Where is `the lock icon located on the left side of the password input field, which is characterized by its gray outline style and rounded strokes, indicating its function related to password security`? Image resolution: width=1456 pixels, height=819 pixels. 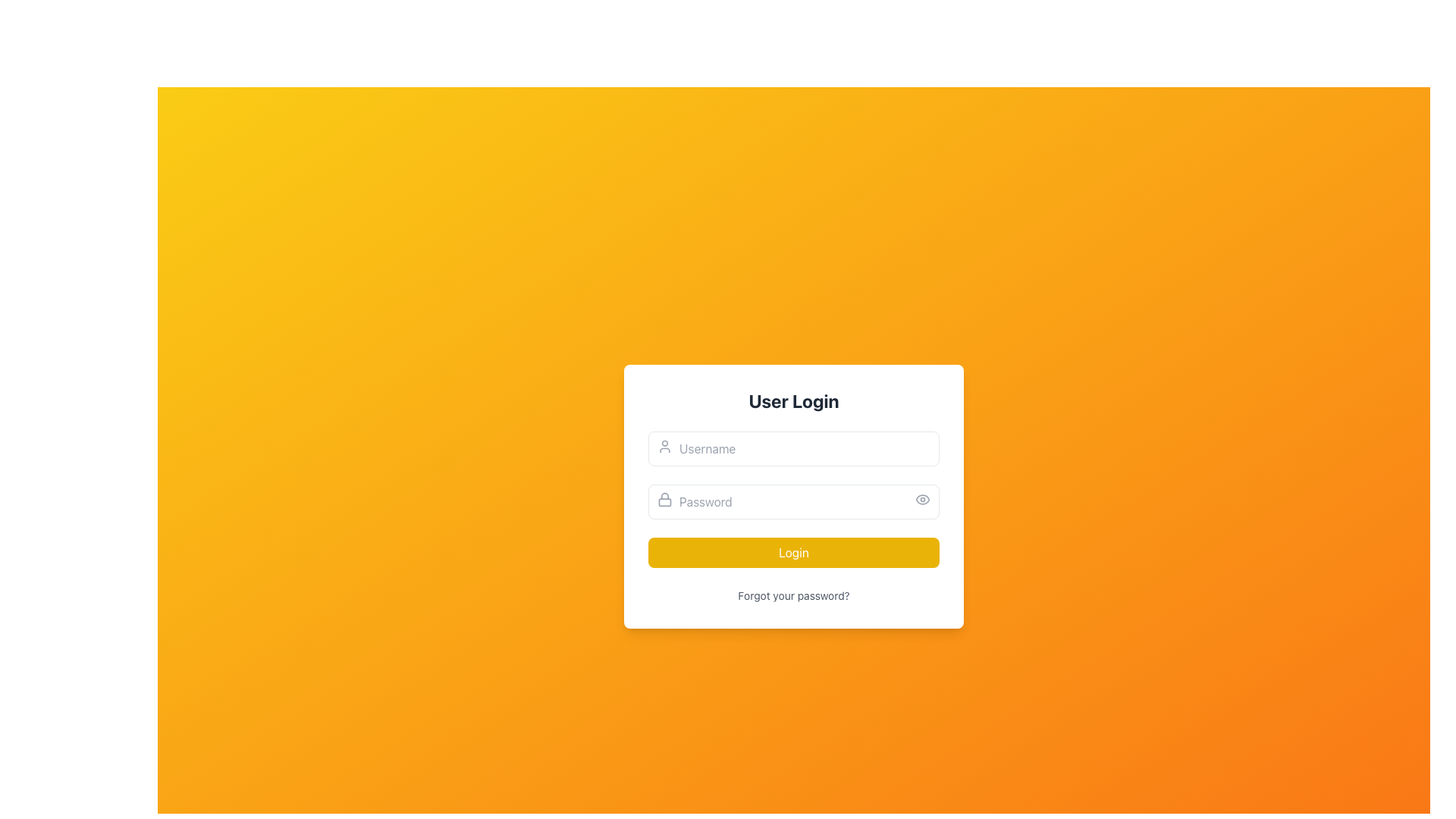 the lock icon located on the left side of the password input field, which is characterized by its gray outline style and rounded strokes, indicating its function related to password security is located at coordinates (665, 500).